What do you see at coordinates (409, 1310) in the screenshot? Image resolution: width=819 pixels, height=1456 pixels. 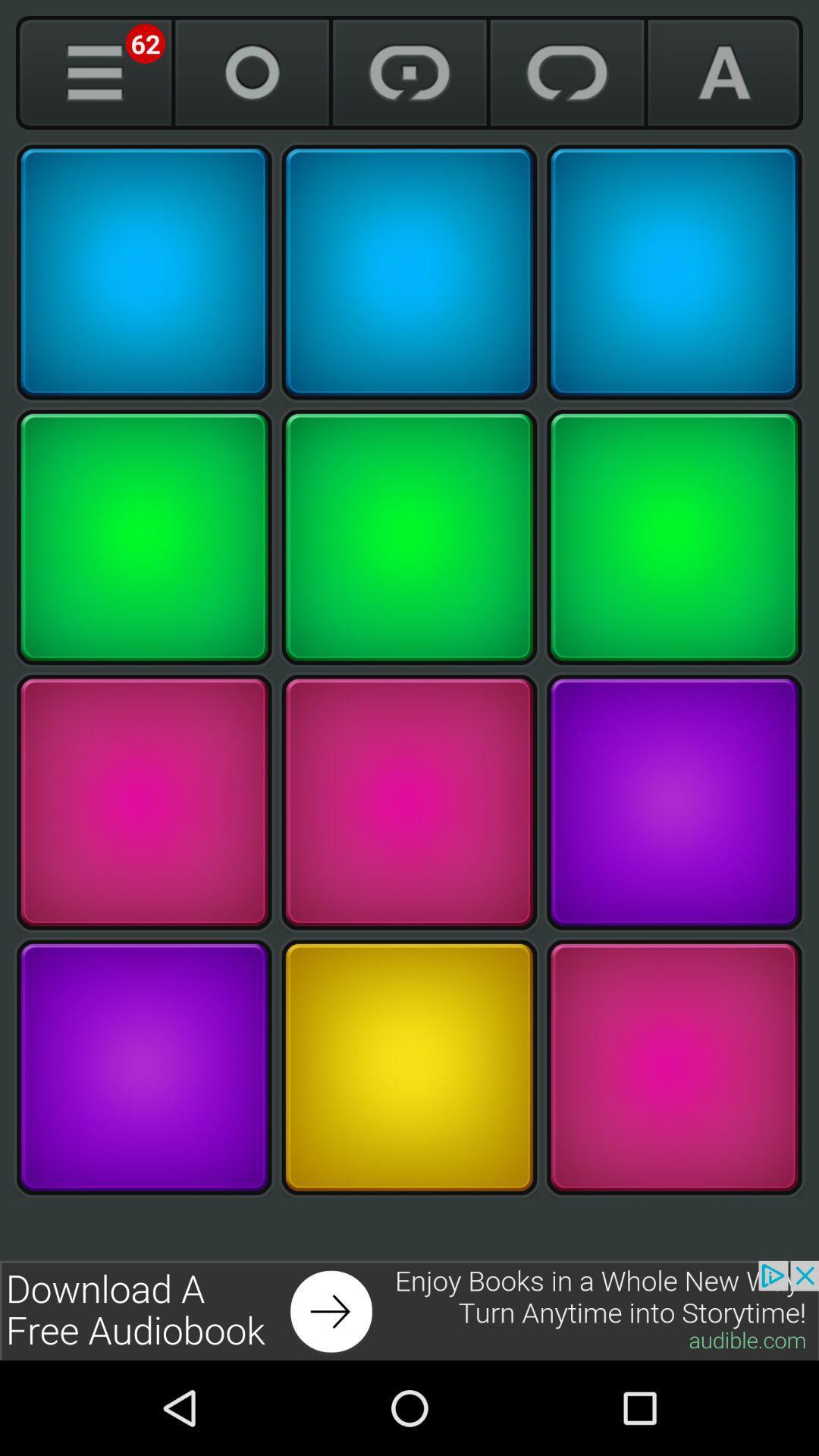 I see `audible advertisement` at bounding box center [409, 1310].